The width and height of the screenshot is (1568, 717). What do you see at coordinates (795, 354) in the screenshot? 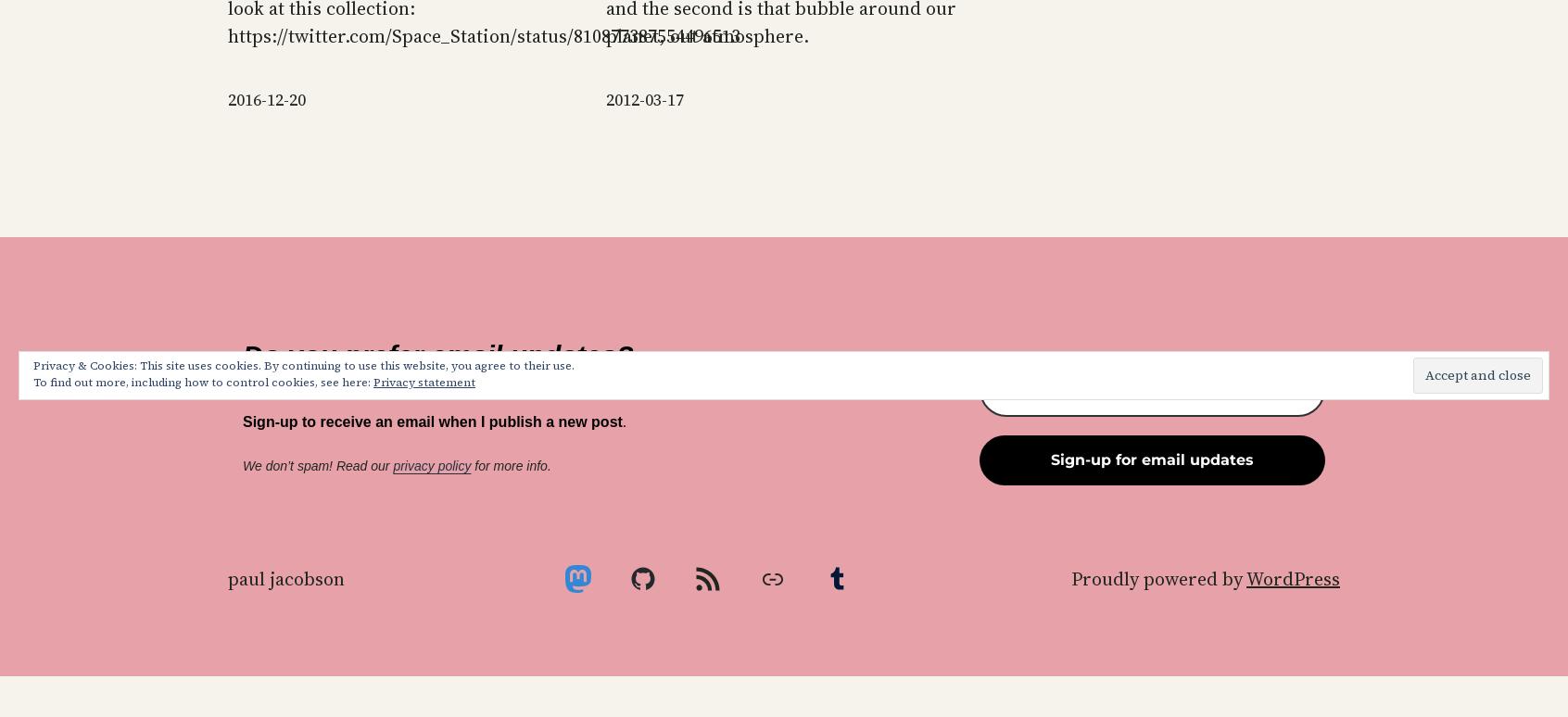
I see `'Search powered by Jetpack'` at bounding box center [795, 354].